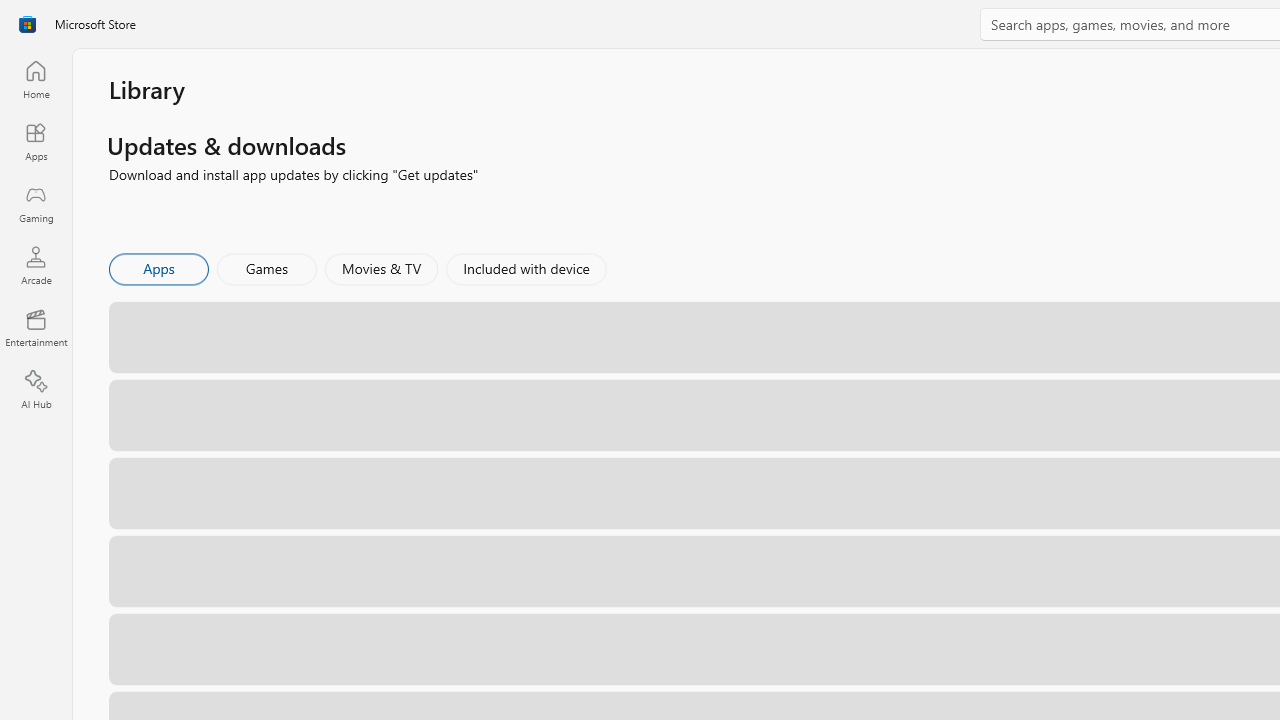  What do you see at coordinates (35, 390) in the screenshot?
I see `'AI Hub'` at bounding box center [35, 390].